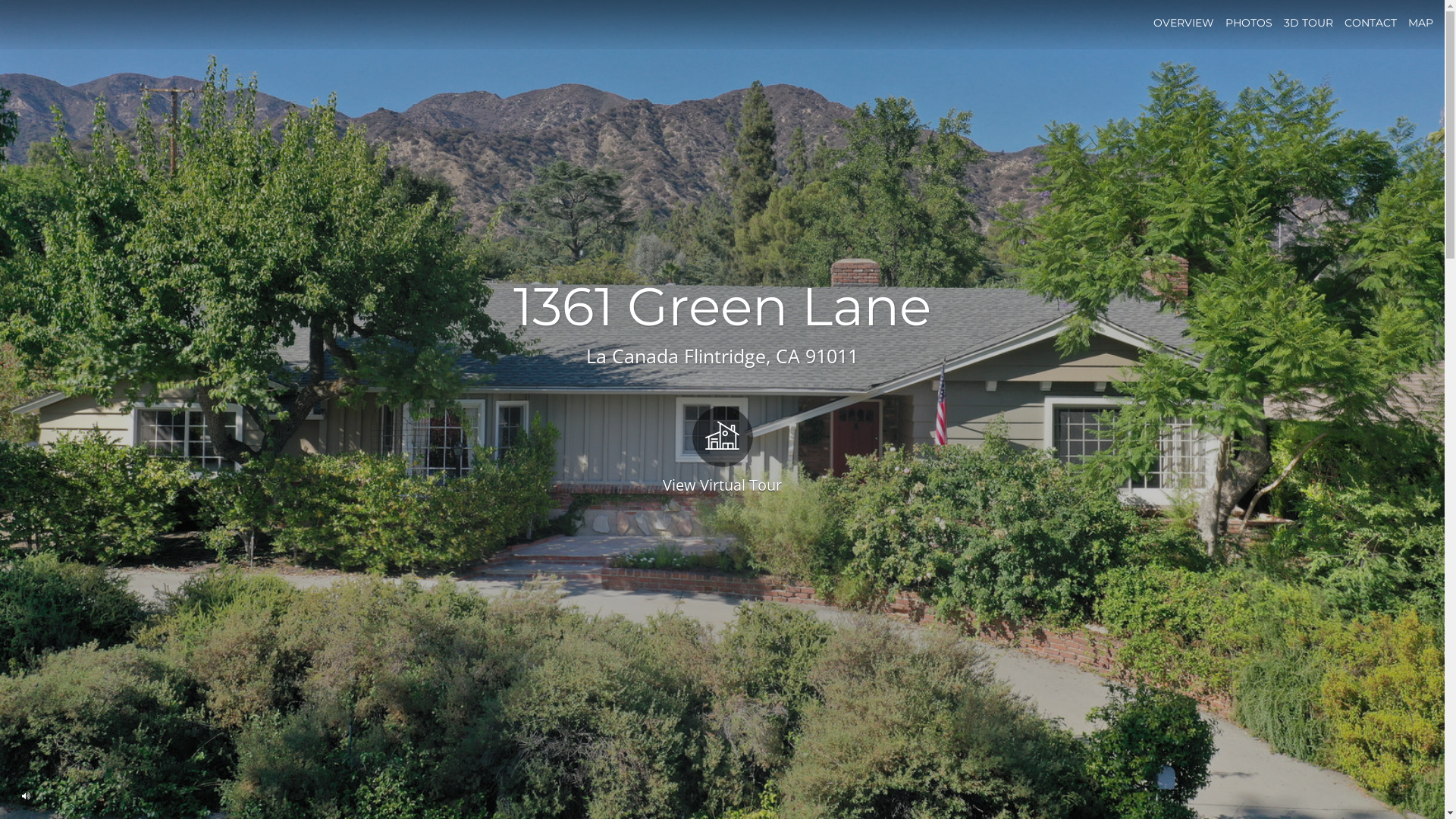 Image resolution: width=1456 pixels, height=819 pixels. Describe the element at coordinates (721, 447) in the screenshot. I see `'View Virtual Tour'` at that location.